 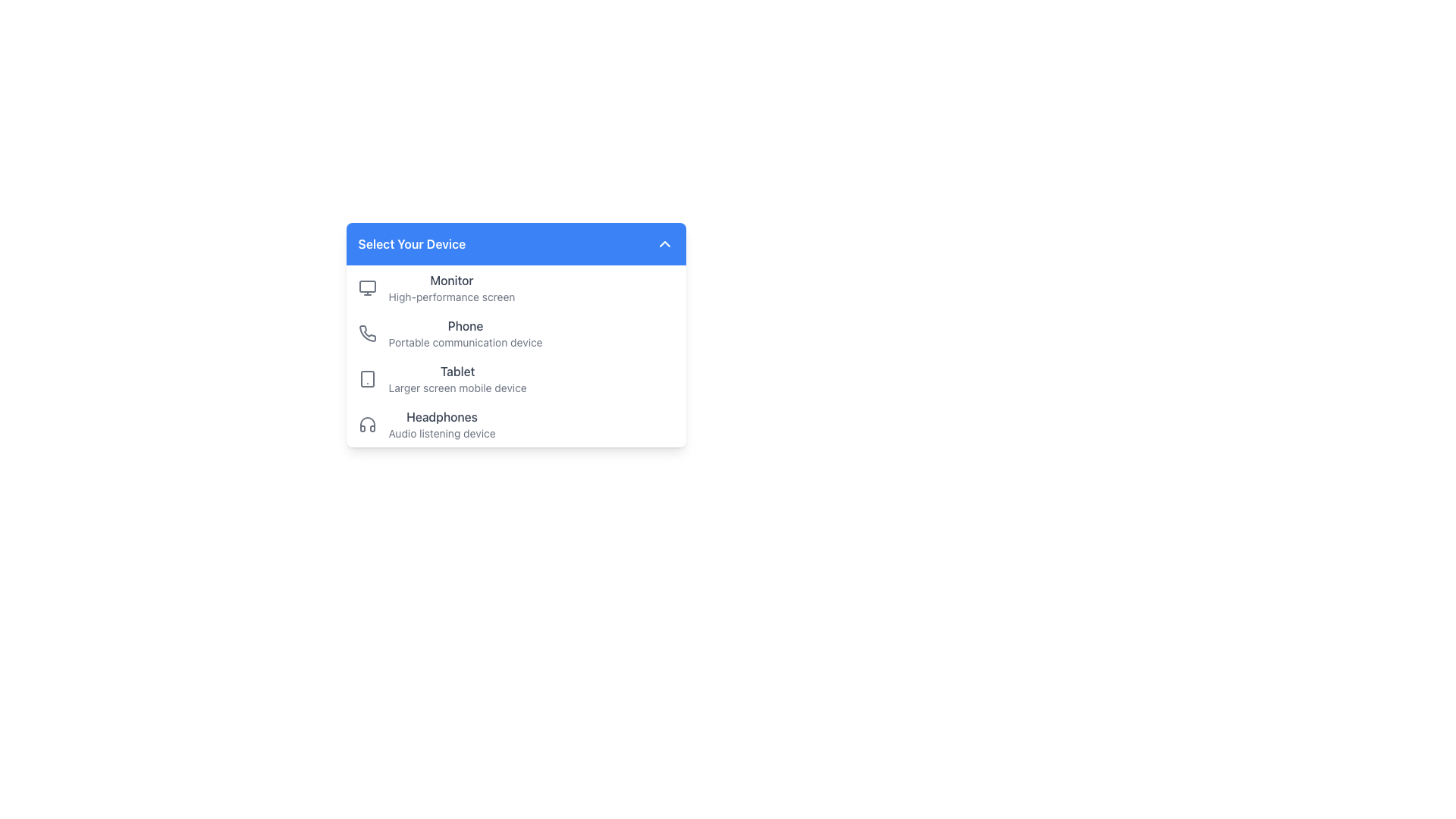 What do you see at coordinates (516, 334) in the screenshot?
I see `the 'Phone' list item, which features a gray text label and a telephone icon` at bounding box center [516, 334].